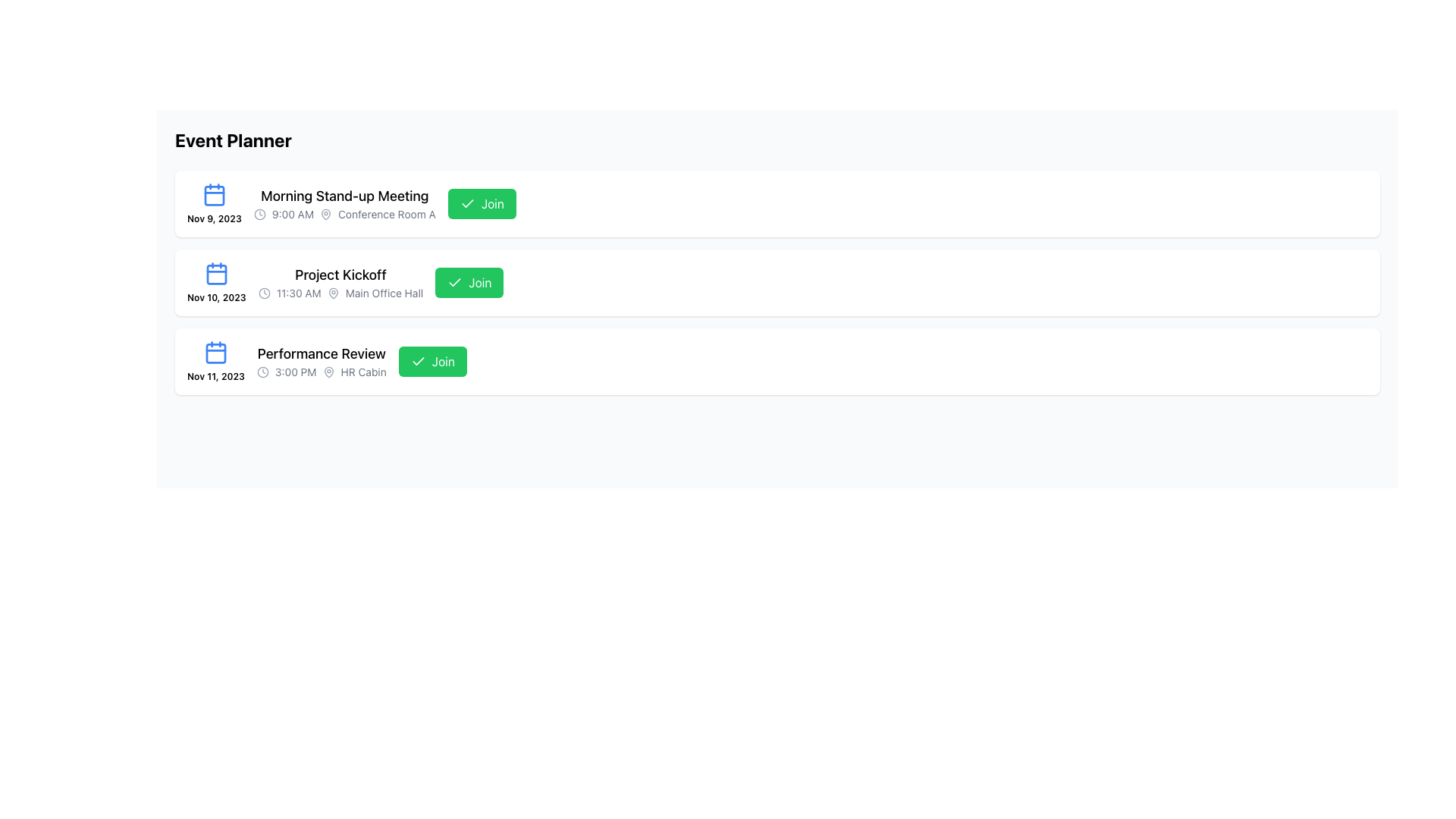 Image resolution: width=1456 pixels, height=819 pixels. I want to click on text label indicating a specific date, located below the calendar icon in the second event card, aligned to the left, so click(215, 298).